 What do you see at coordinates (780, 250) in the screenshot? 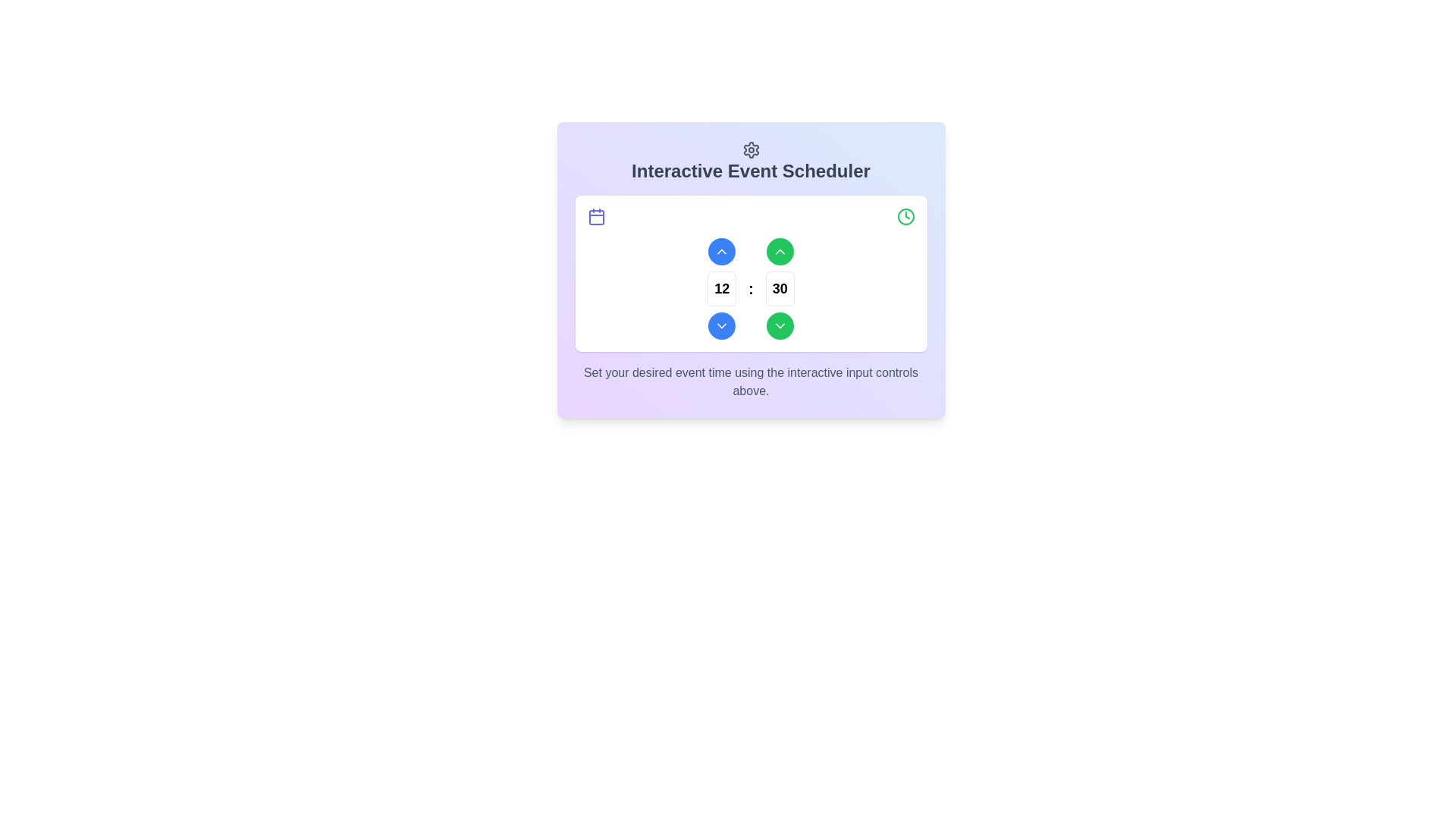
I see `the upward-pointing chevron icon, which is a white SVG graphical icon enclosed within a green circular button located at the top-right corner of the main time input interface, to increment the value` at bounding box center [780, 250].